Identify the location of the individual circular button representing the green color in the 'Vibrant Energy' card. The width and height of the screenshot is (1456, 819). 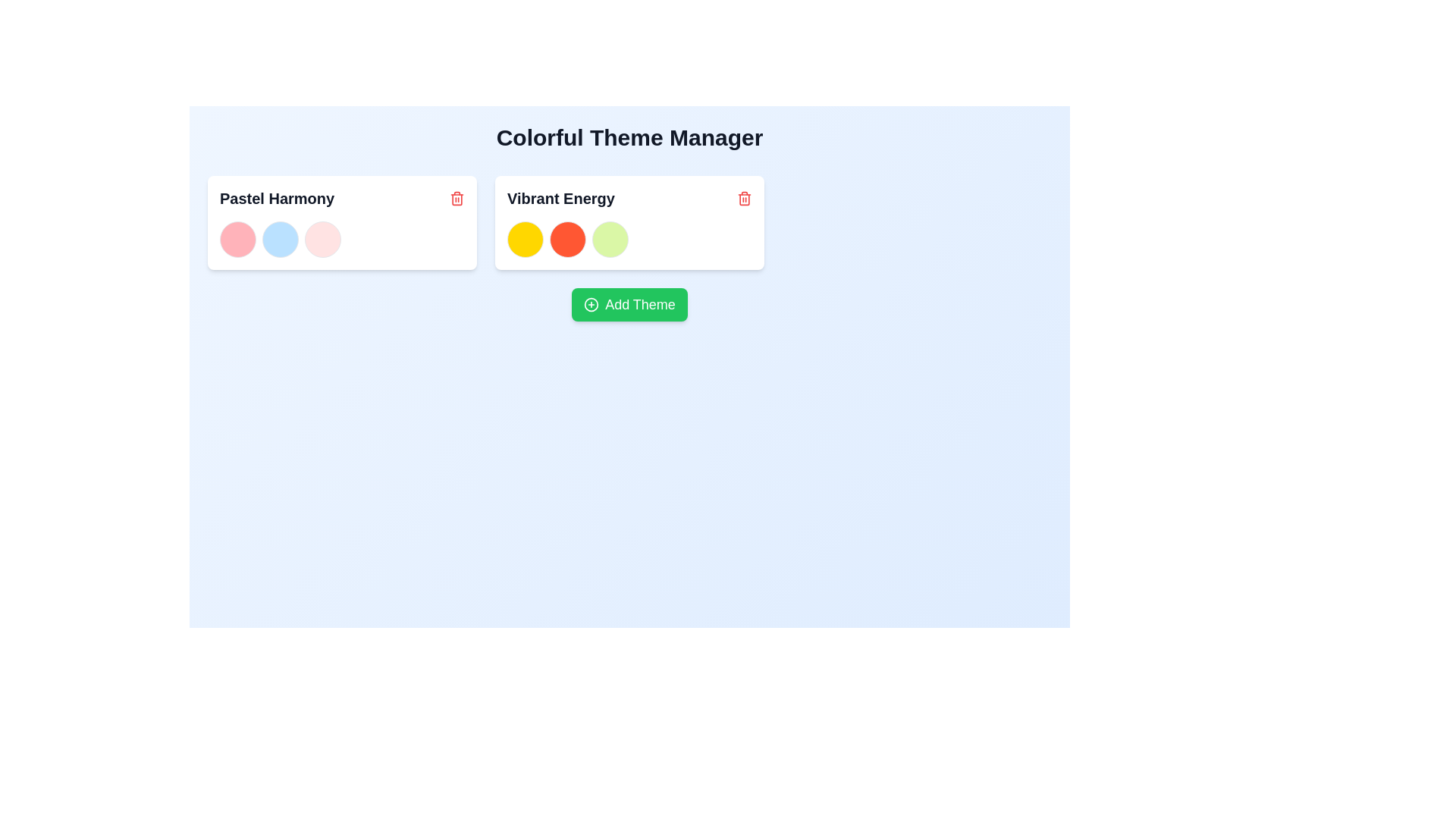
(629, 239).